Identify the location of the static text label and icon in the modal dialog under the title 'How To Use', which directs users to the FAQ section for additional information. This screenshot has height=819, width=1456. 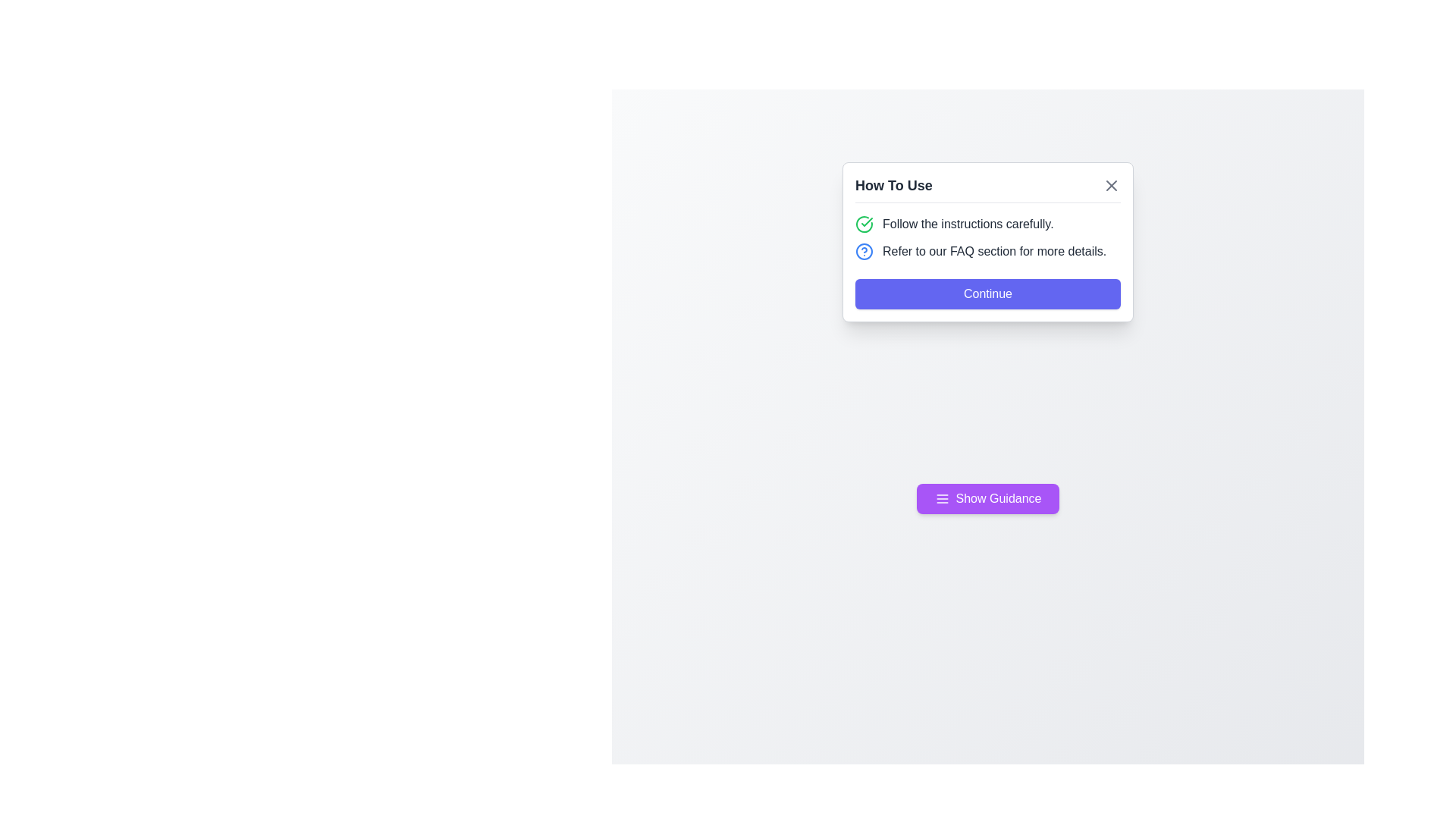
(987, 250).